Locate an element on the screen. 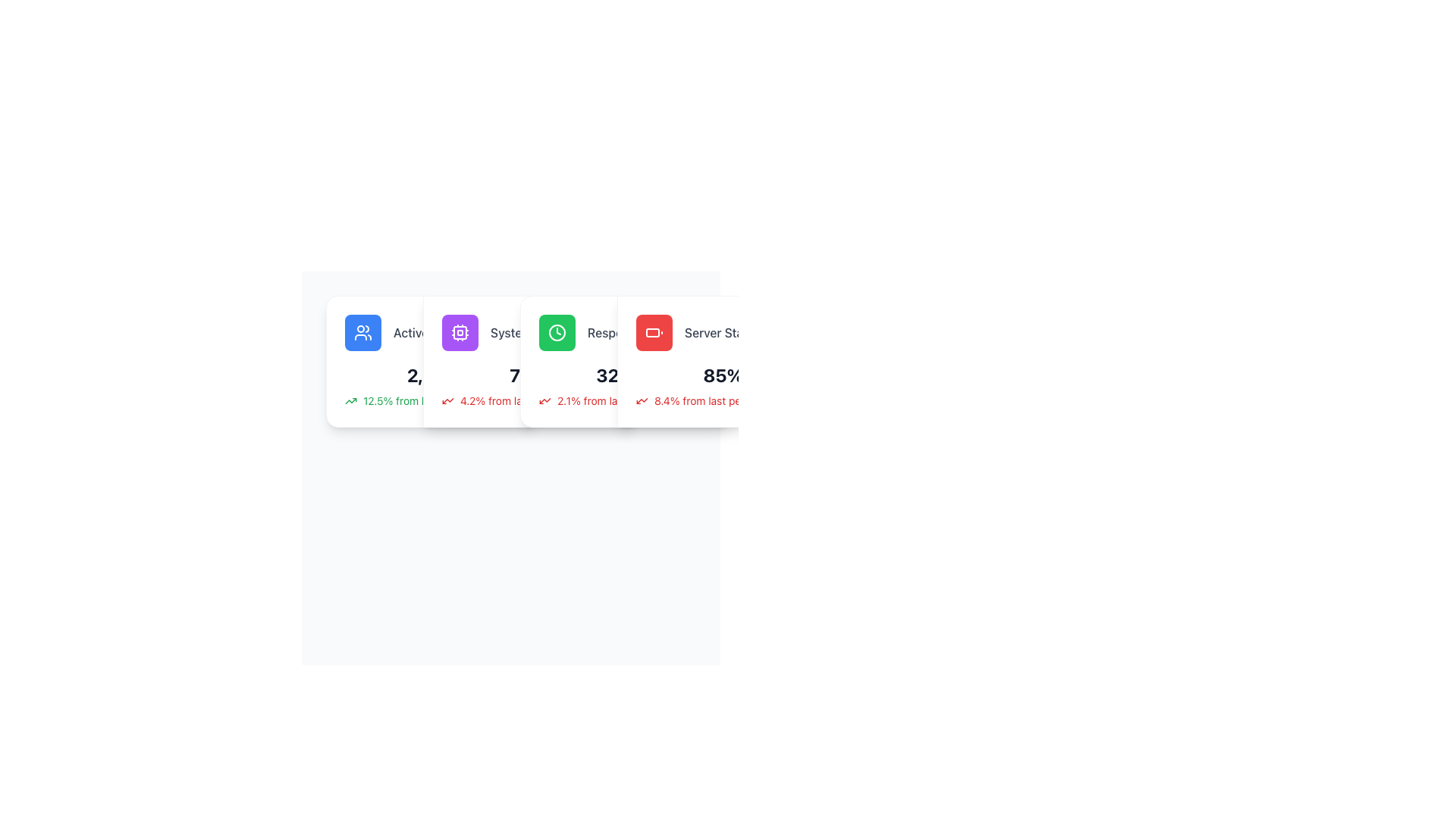  the Statistical metric display which shows '85%' as the primary metric and '8.4% from last period' as the status note is located at coordinates (723, 385).